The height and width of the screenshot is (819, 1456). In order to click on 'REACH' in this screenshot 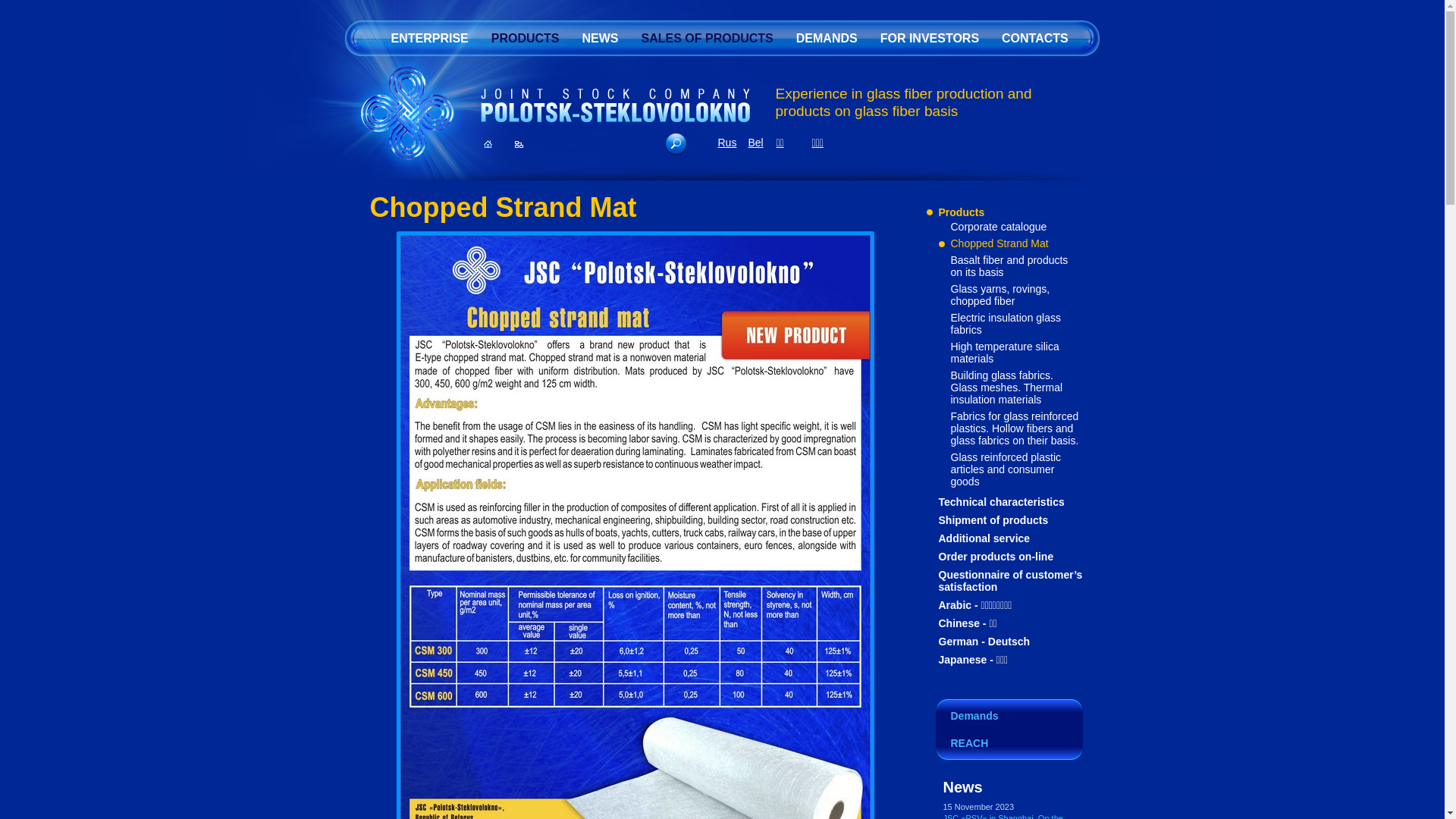, I will do `click(1009, 744)`.